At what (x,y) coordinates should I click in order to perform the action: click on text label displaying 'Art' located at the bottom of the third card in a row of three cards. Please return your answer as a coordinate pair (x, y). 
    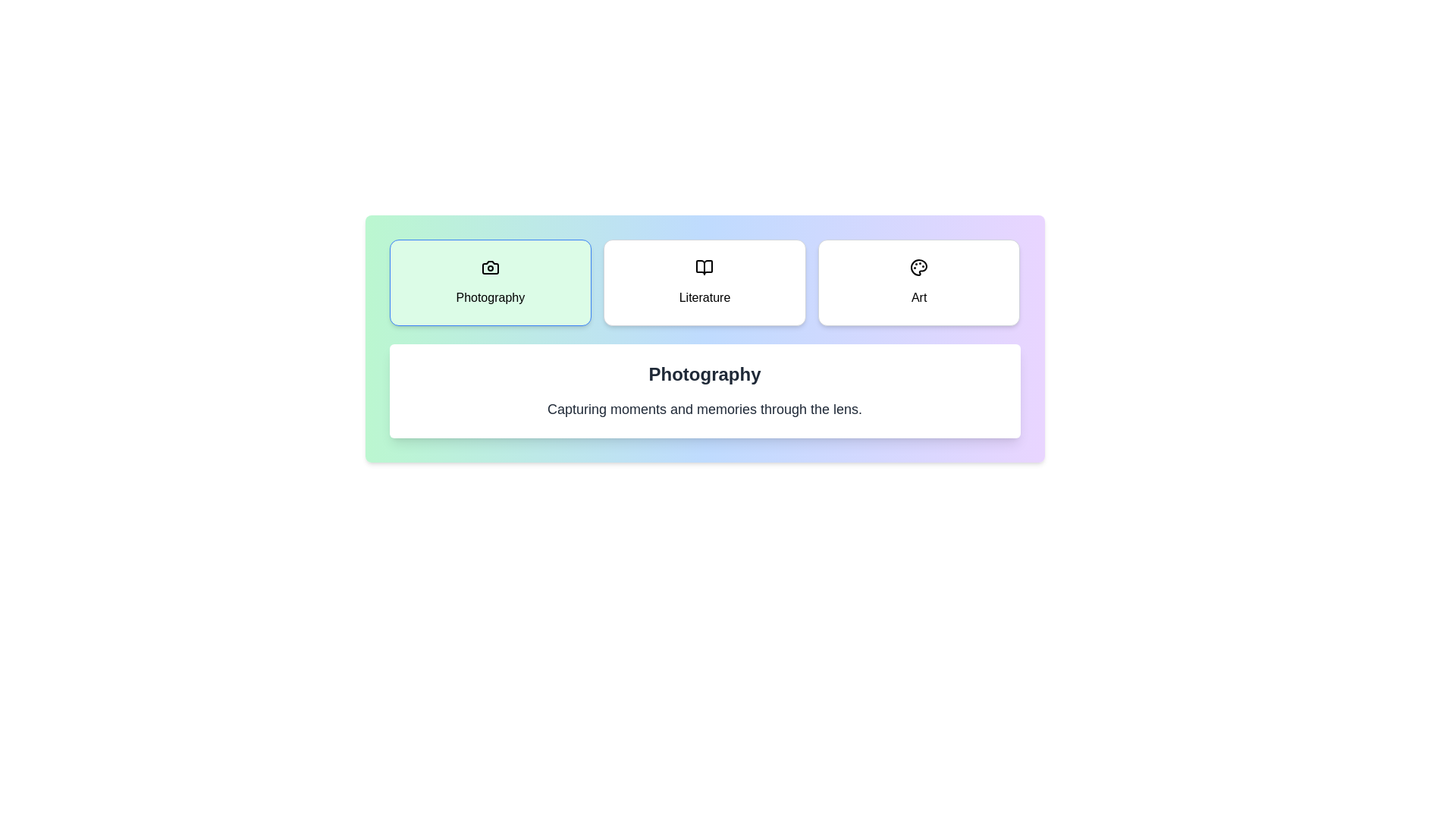
    Looking at the image, I should click on (918, 298).